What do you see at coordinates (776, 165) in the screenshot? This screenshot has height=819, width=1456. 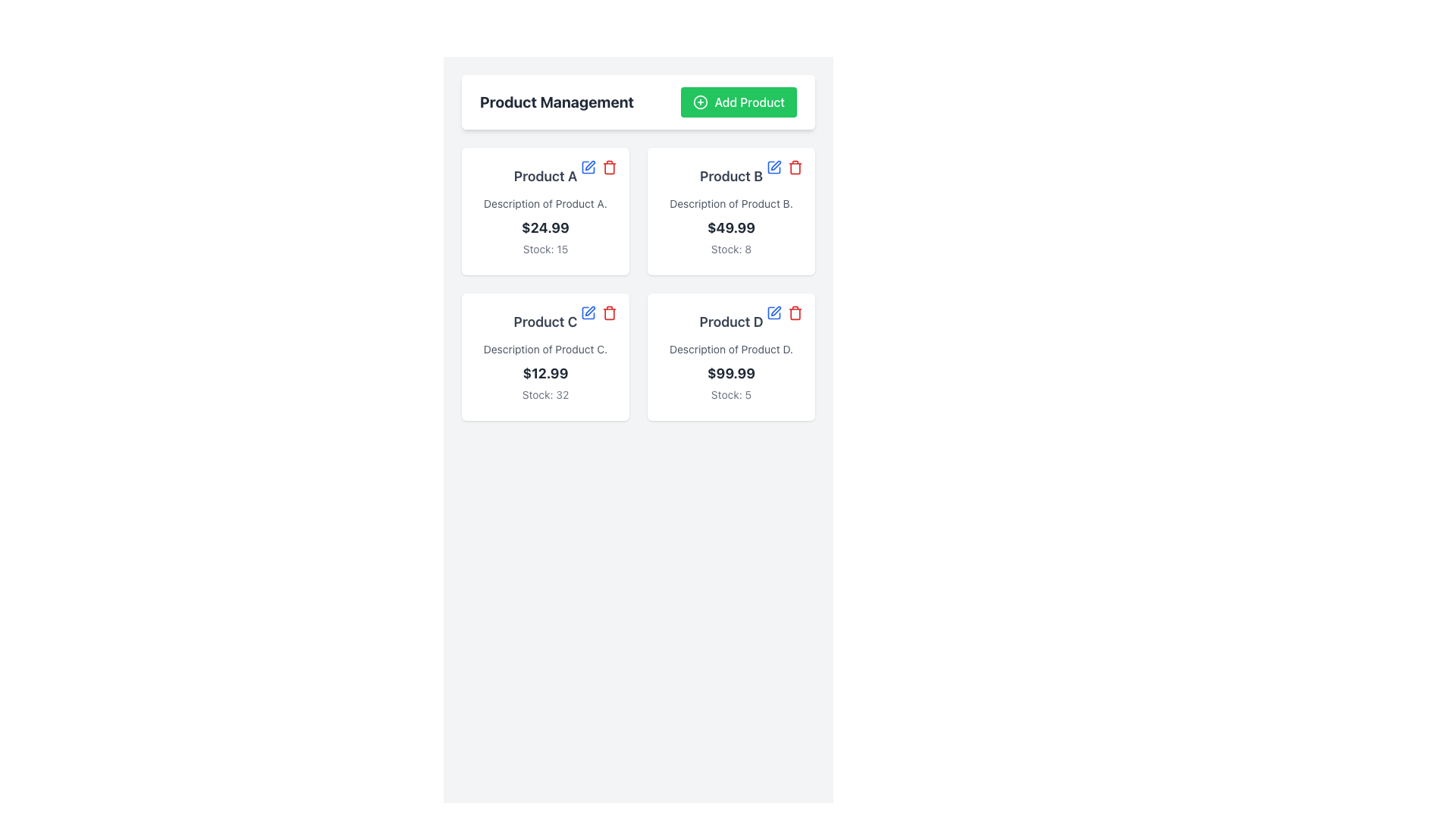 I see `the editing icon in the top-right corner of the 'Product B' card` at bounding box center [776, 165].